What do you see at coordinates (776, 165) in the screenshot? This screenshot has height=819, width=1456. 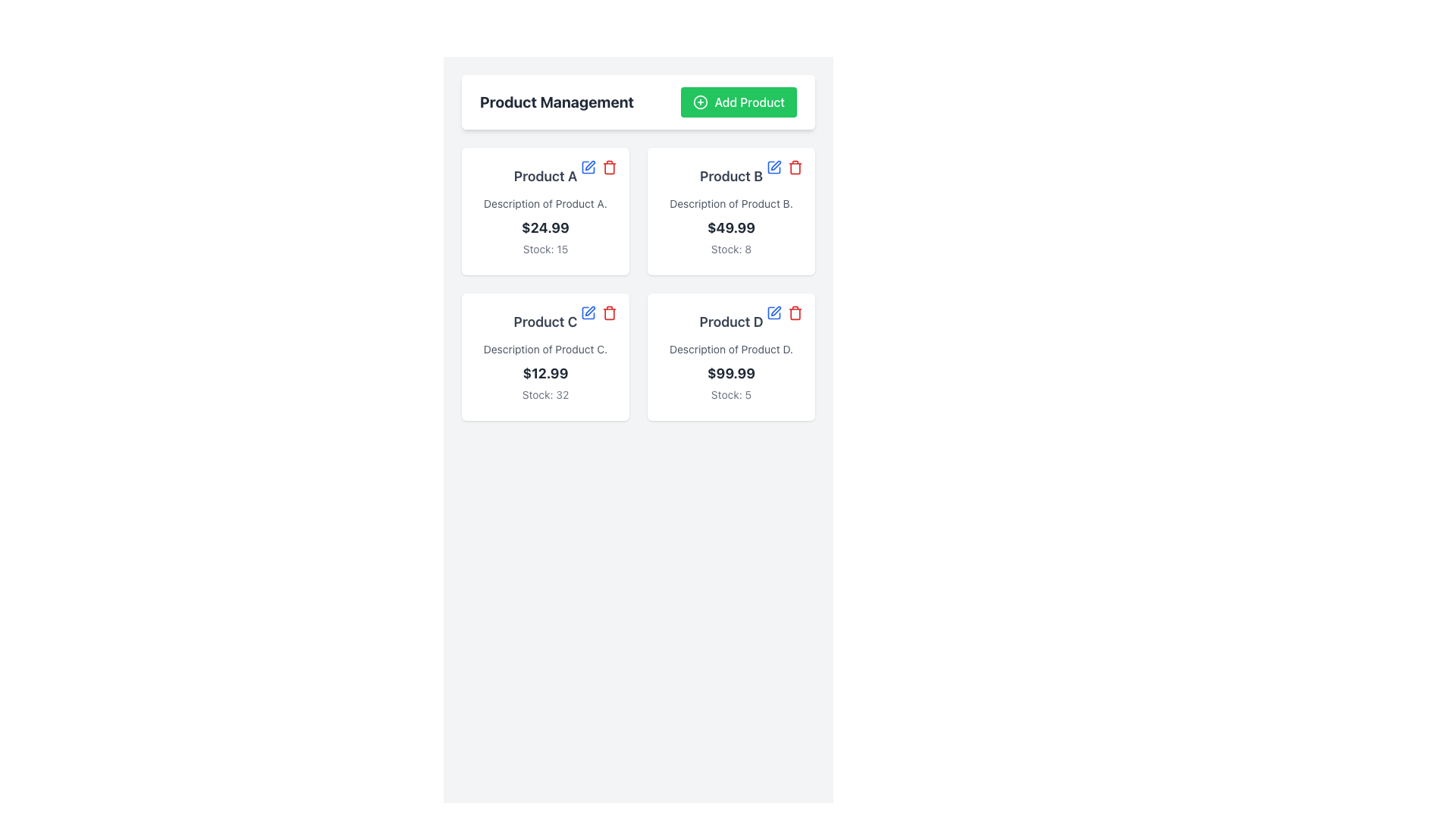 I see `the editing icon in the top-right corner of the 'Product B' card` at bounding box center [776, 165].